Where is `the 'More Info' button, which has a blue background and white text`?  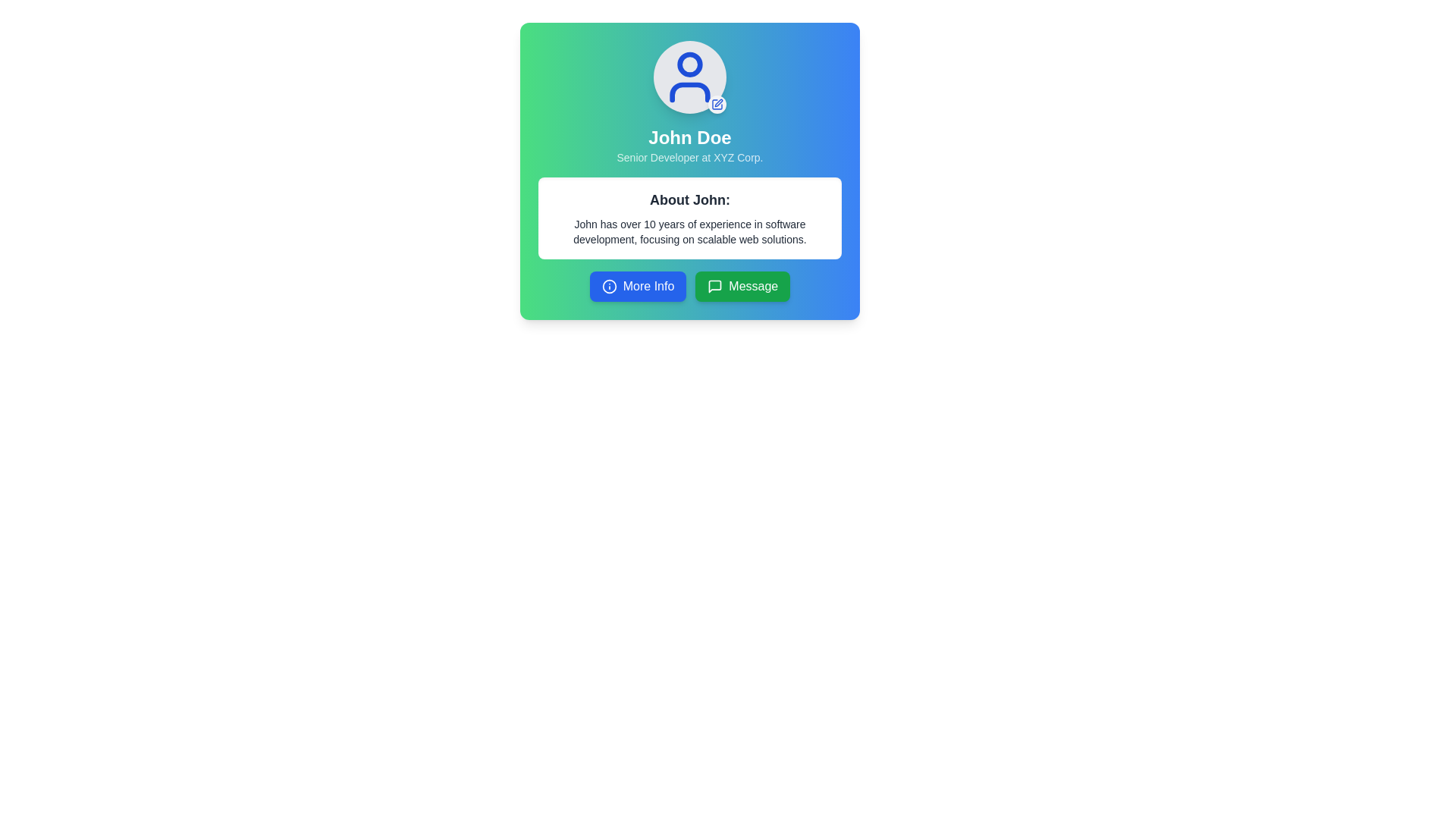 the 'More Info' button, which has a blue background and white text is located at coordinates (638, 287).